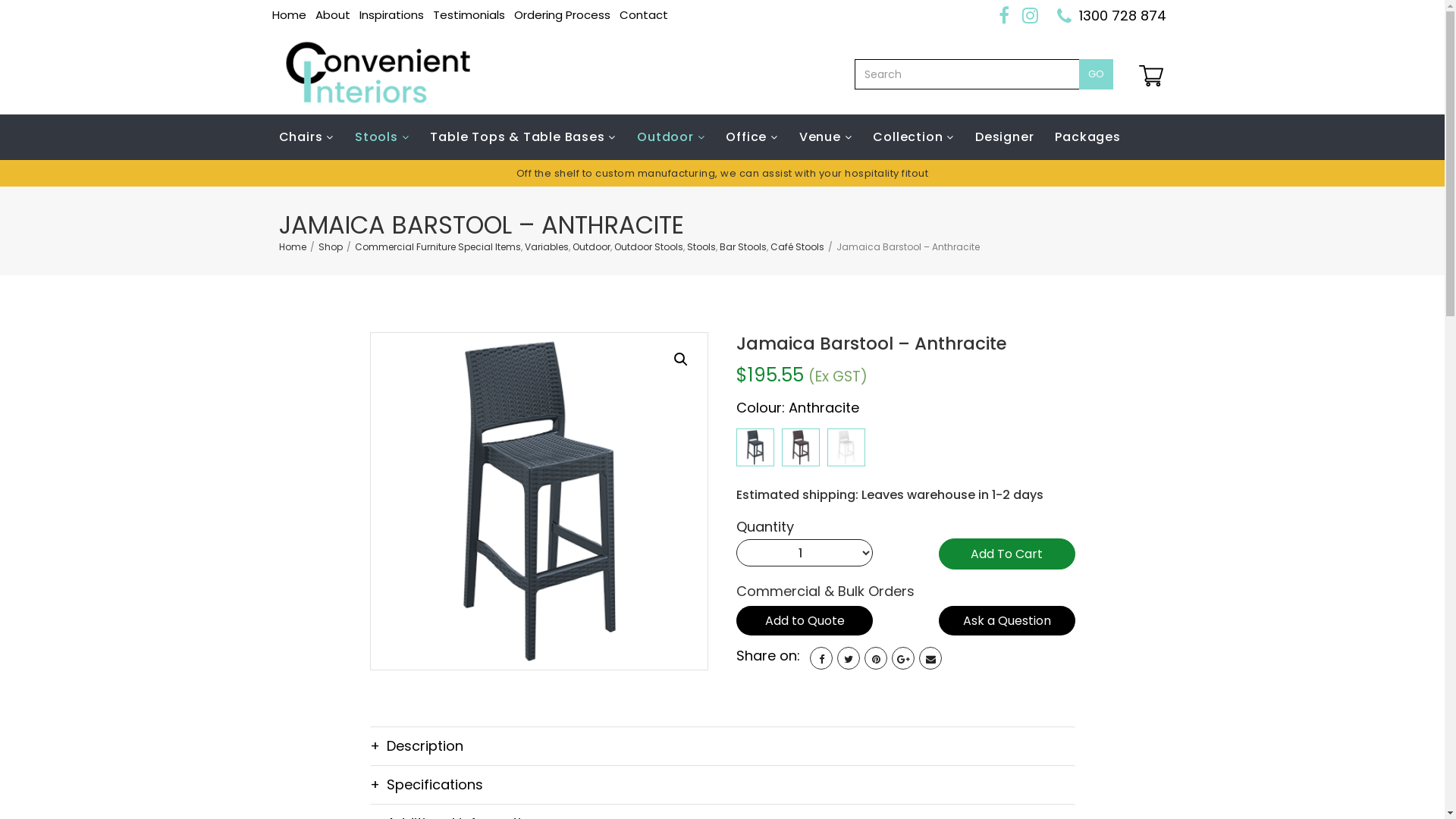 This screenshot has width=1456, height=819. I want to click on 'Testimonials', so click(467, 14).